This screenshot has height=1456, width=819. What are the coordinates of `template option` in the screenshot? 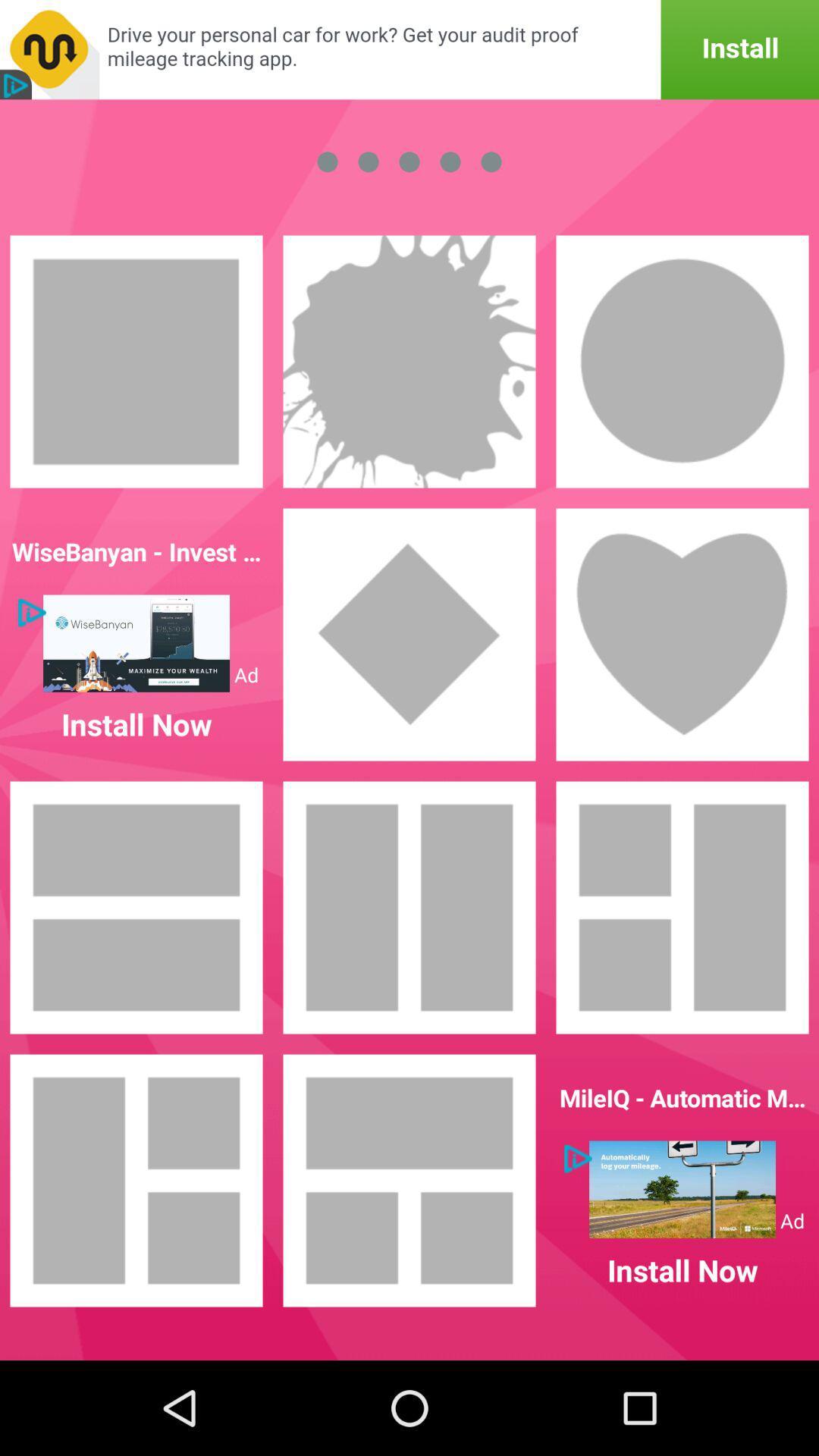 It's located at (136, 1179).